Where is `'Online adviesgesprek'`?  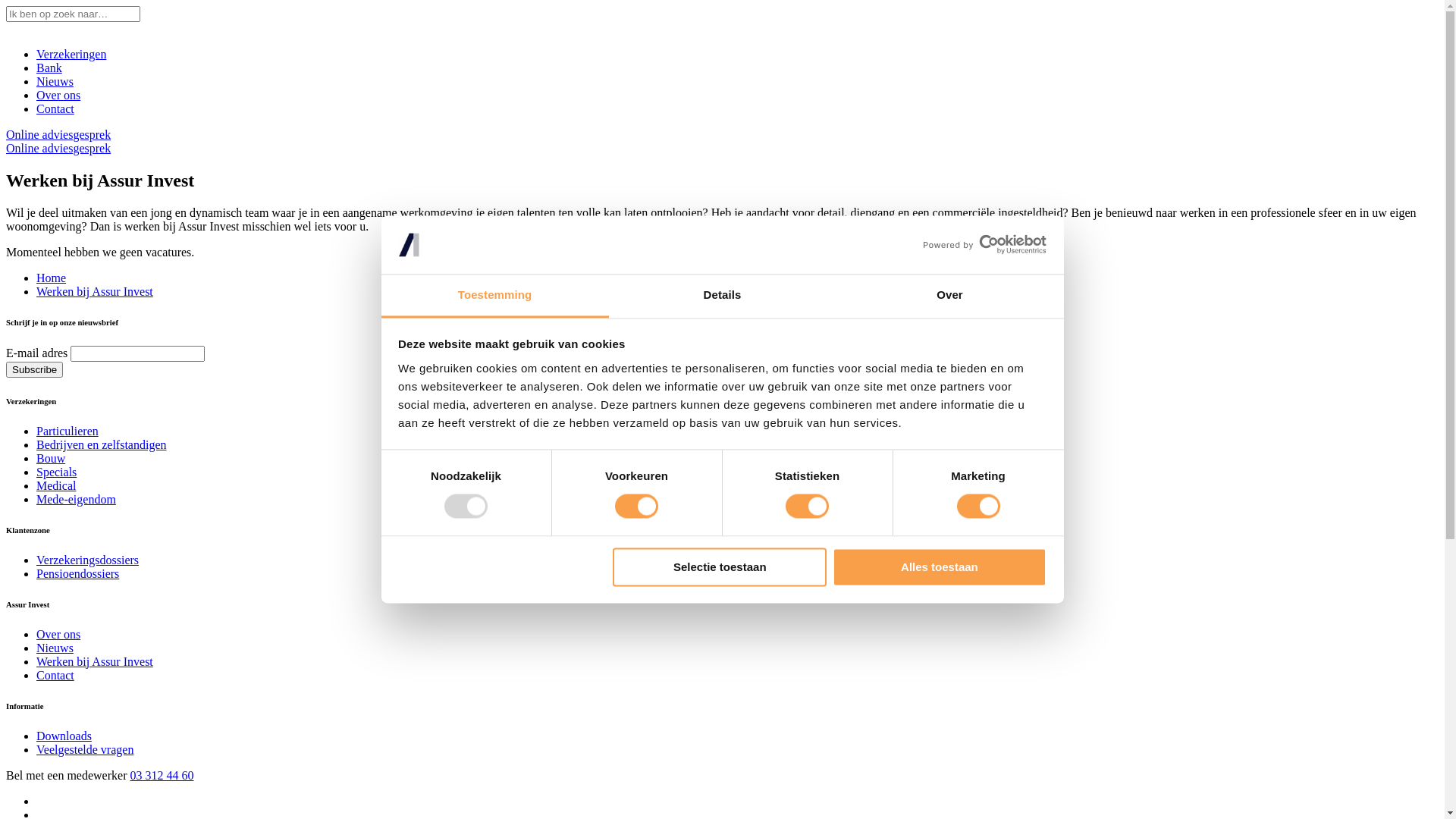 'Online adviesgesprek' is located at coordinates (58, 148).